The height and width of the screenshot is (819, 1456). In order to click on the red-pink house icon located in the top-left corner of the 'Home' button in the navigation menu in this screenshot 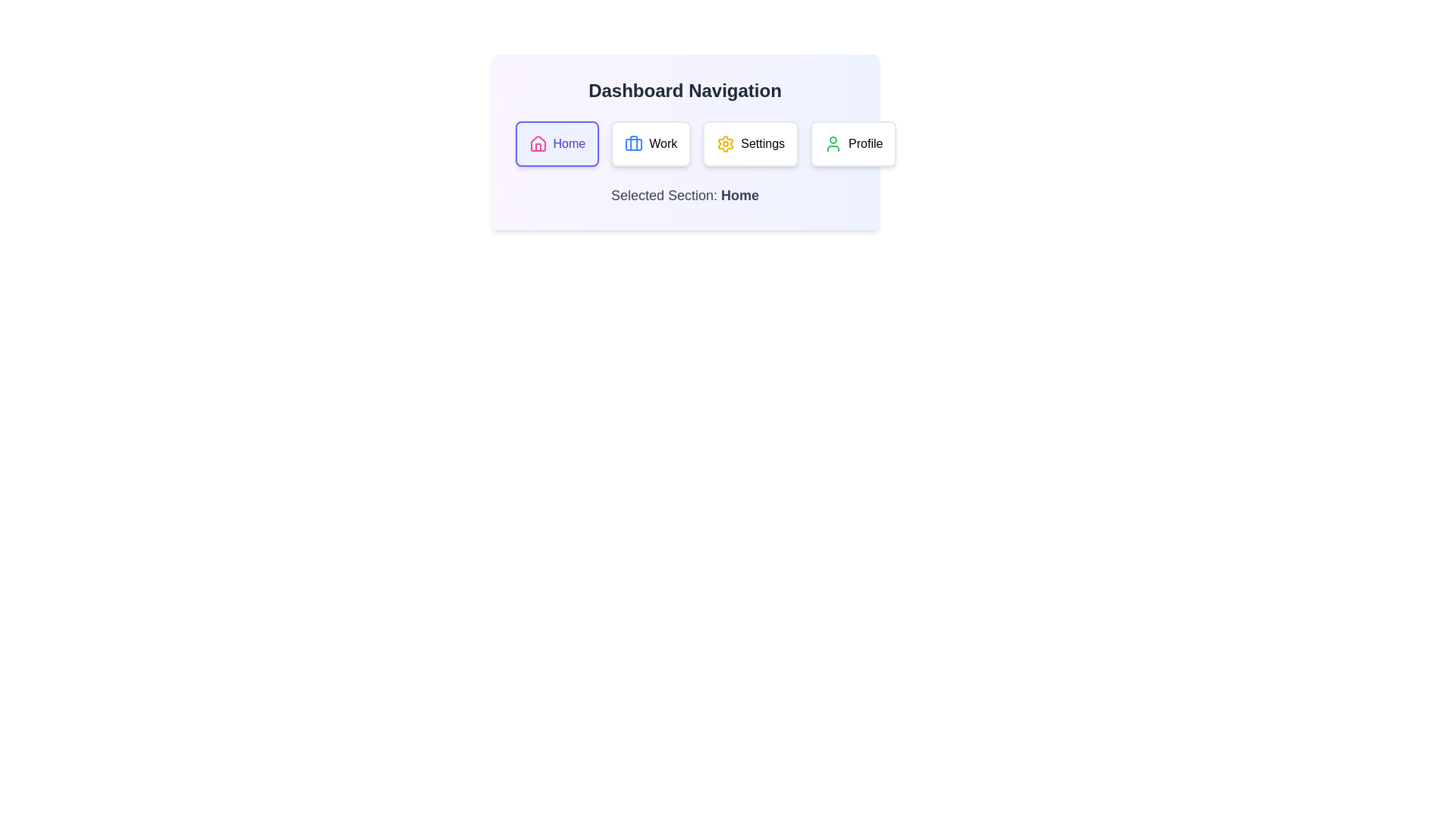, I will do `click(538, 143)`.